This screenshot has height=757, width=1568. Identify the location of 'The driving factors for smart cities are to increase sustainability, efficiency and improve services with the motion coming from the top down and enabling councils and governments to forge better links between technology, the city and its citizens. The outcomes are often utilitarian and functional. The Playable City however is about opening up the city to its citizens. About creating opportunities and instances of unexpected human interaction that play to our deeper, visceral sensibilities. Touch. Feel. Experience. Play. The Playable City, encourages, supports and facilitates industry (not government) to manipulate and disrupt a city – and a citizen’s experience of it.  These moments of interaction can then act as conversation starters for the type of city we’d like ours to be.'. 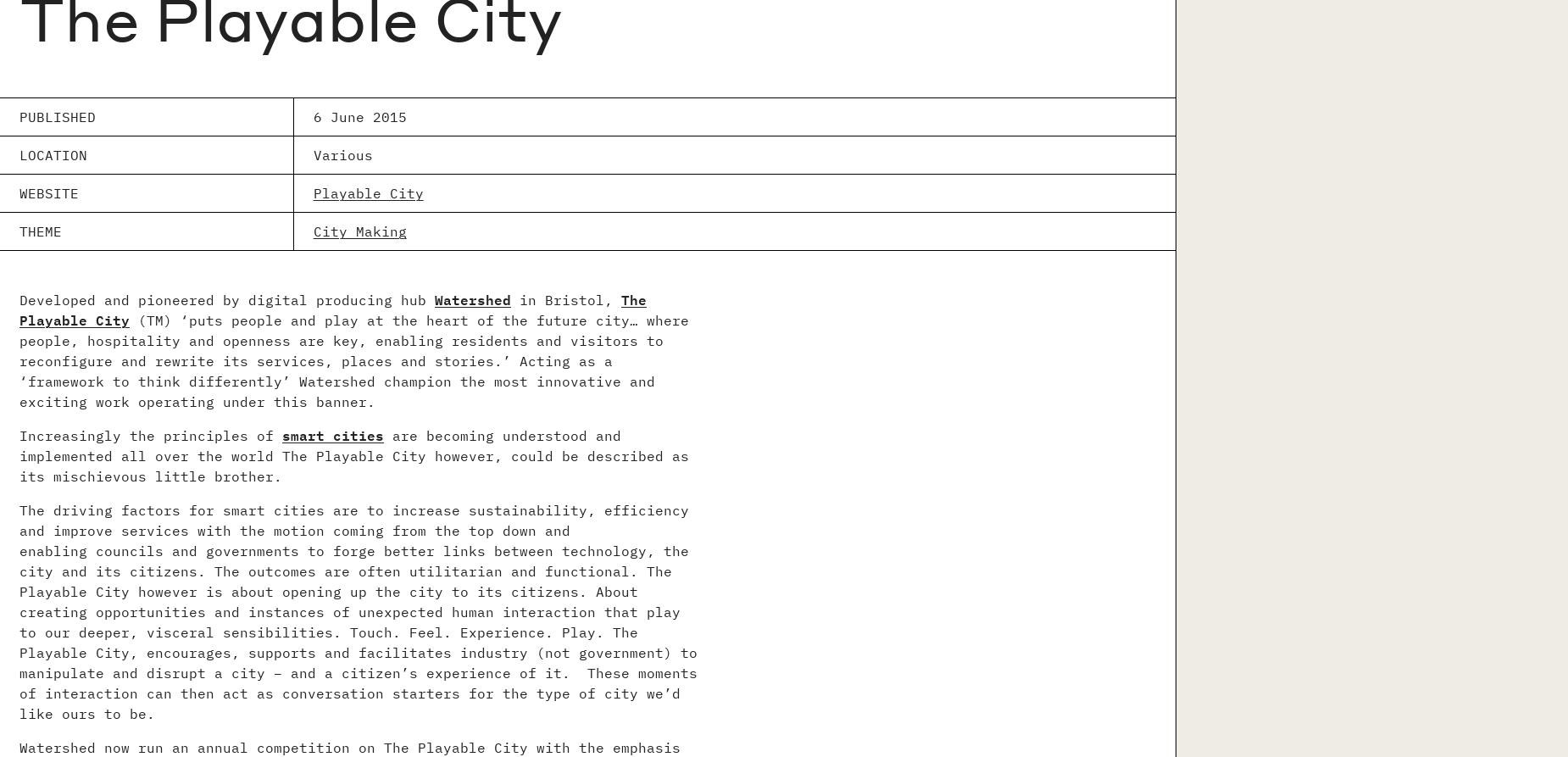
(357, 611).